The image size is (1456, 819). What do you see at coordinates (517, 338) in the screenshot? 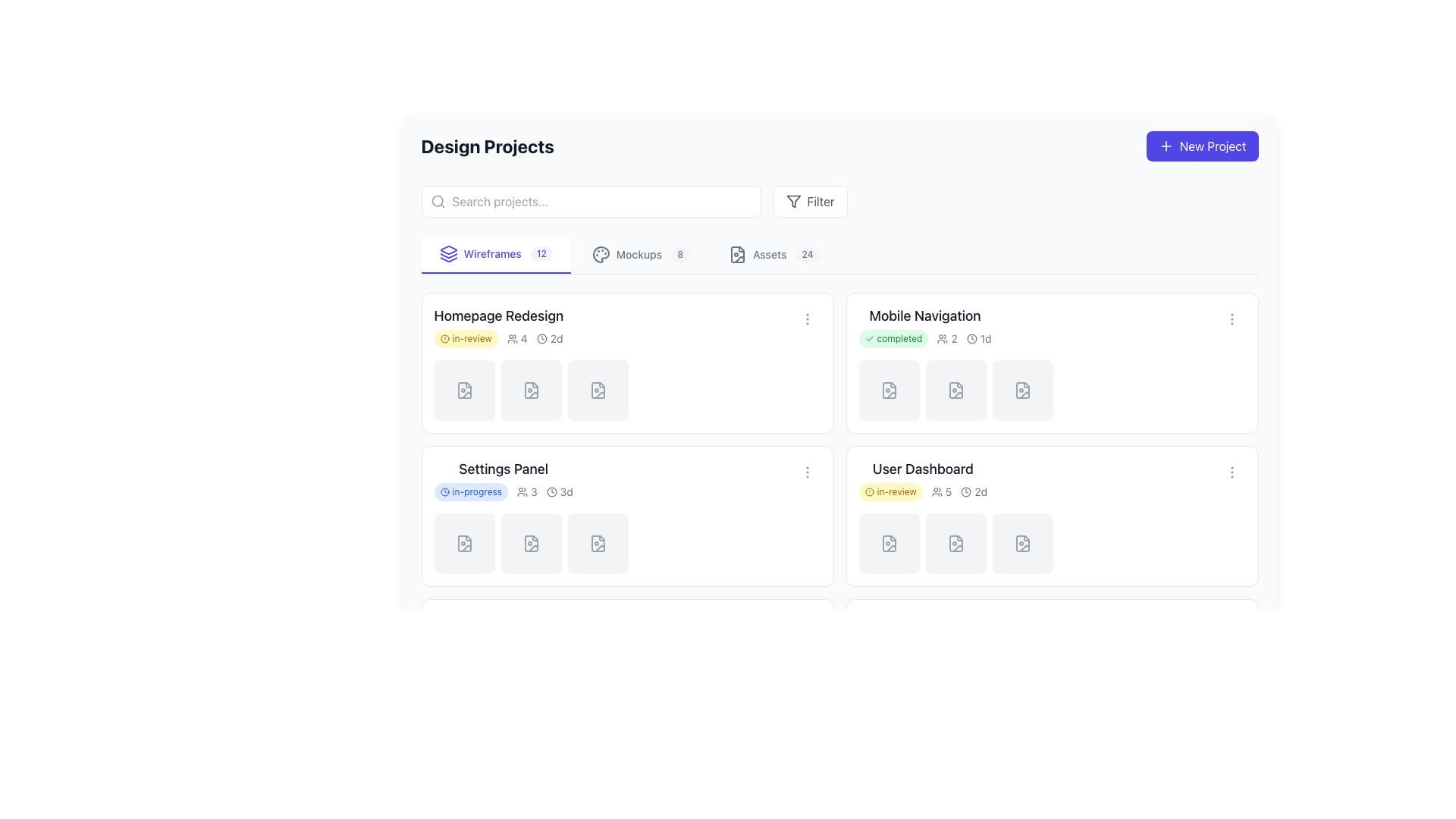
I see `numerical value displayed in the 'in-review' row, which indicates the count of individuals associated with the nearby group icon` at bounding box center [517, 338].